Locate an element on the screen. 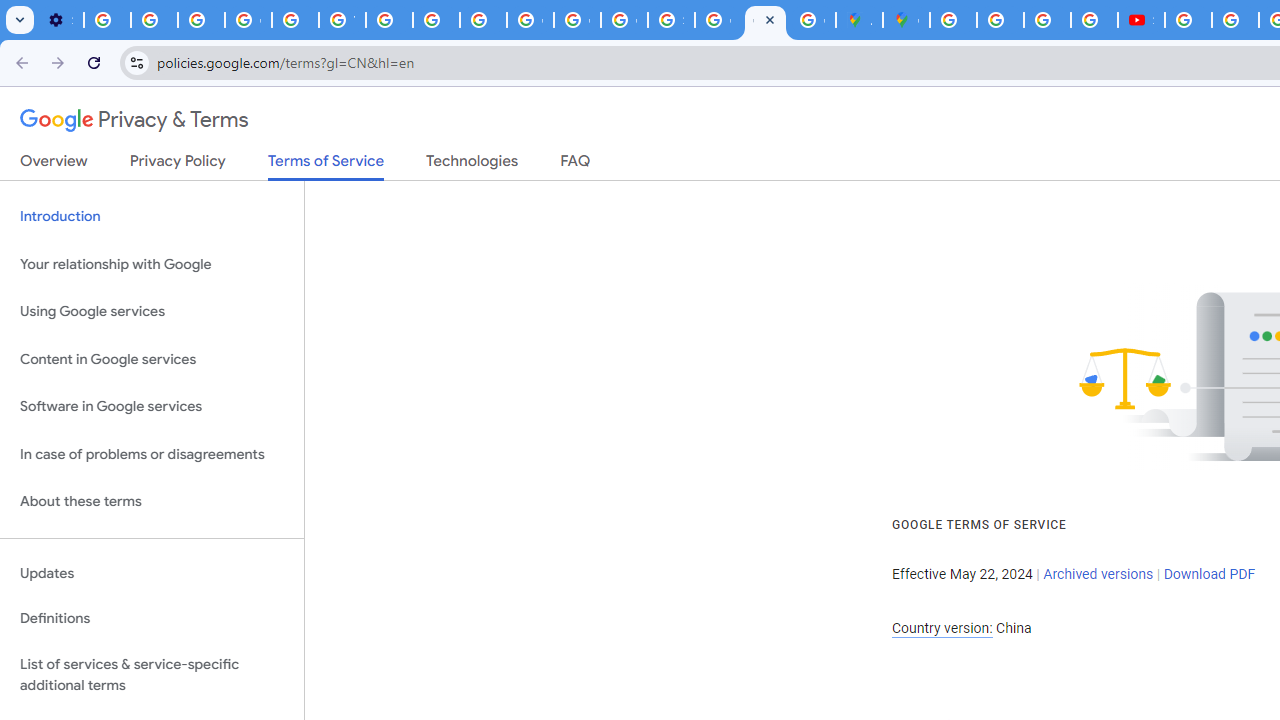 This screenshot has height=720, width=1280. 'Subscriptions - YouTube' is located at coordinates (1141, 20).